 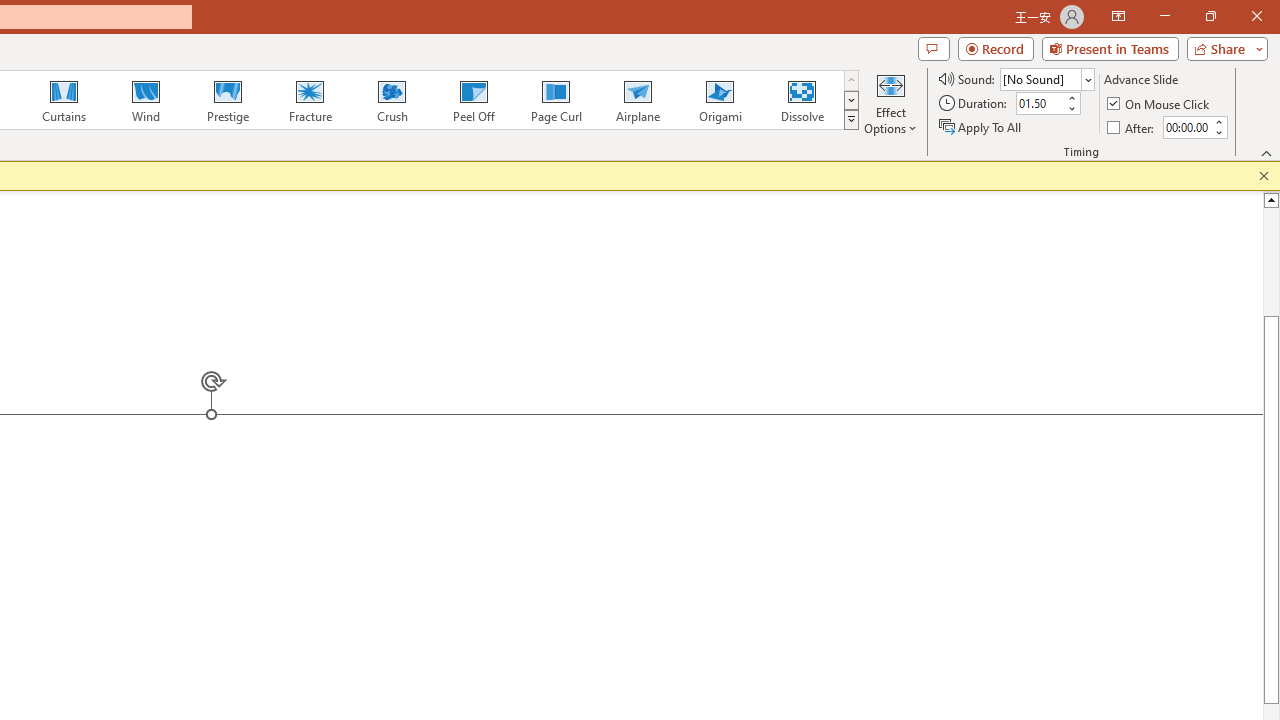 What do you see at coordinates (391, 100) in the screenshot?
I see `'Crush'` at bounding box center [391, 100].